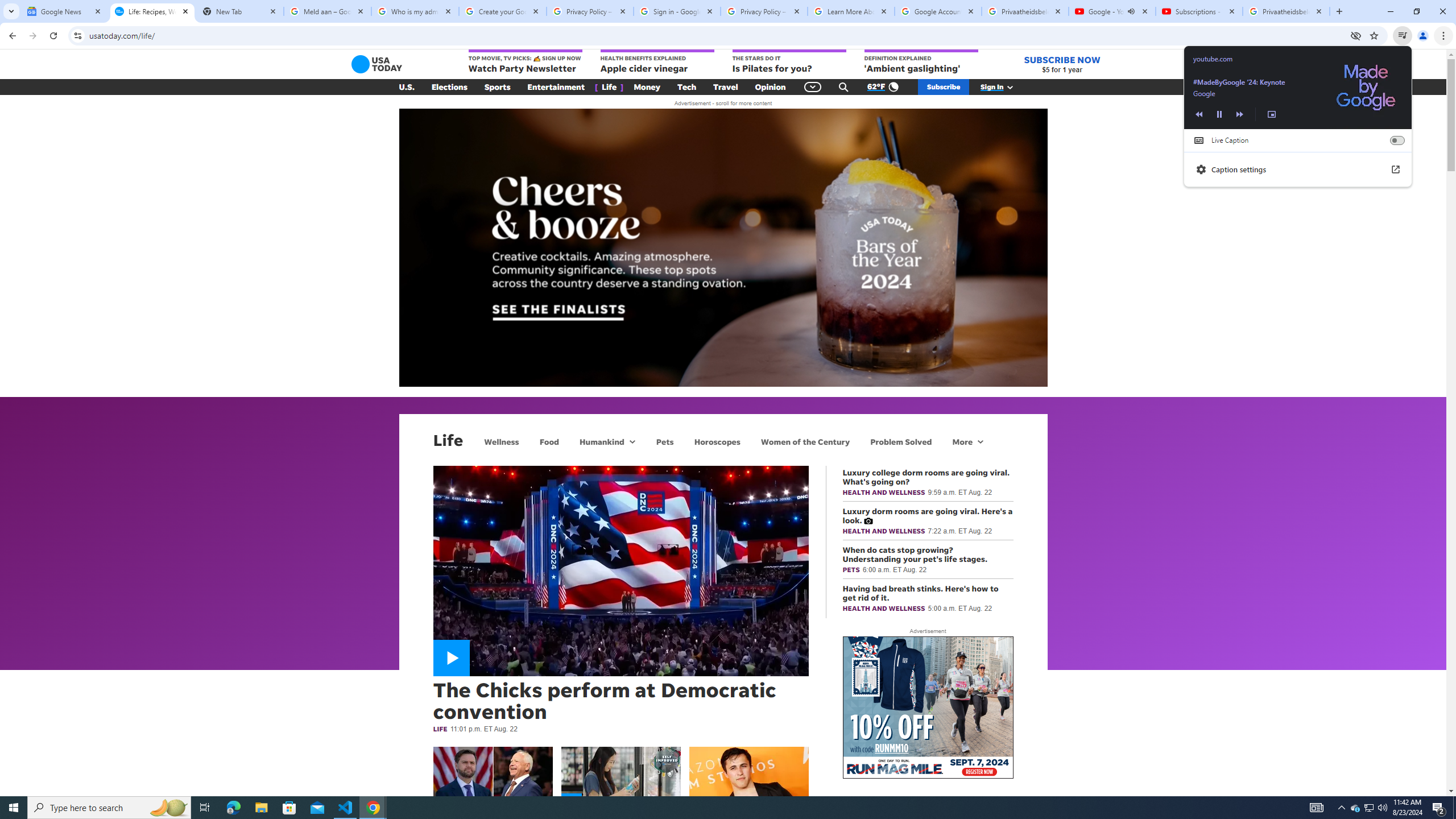 The width and height of the screenshot is (1456, 819). I want to click on 'Chrome', so click(1444, 35).